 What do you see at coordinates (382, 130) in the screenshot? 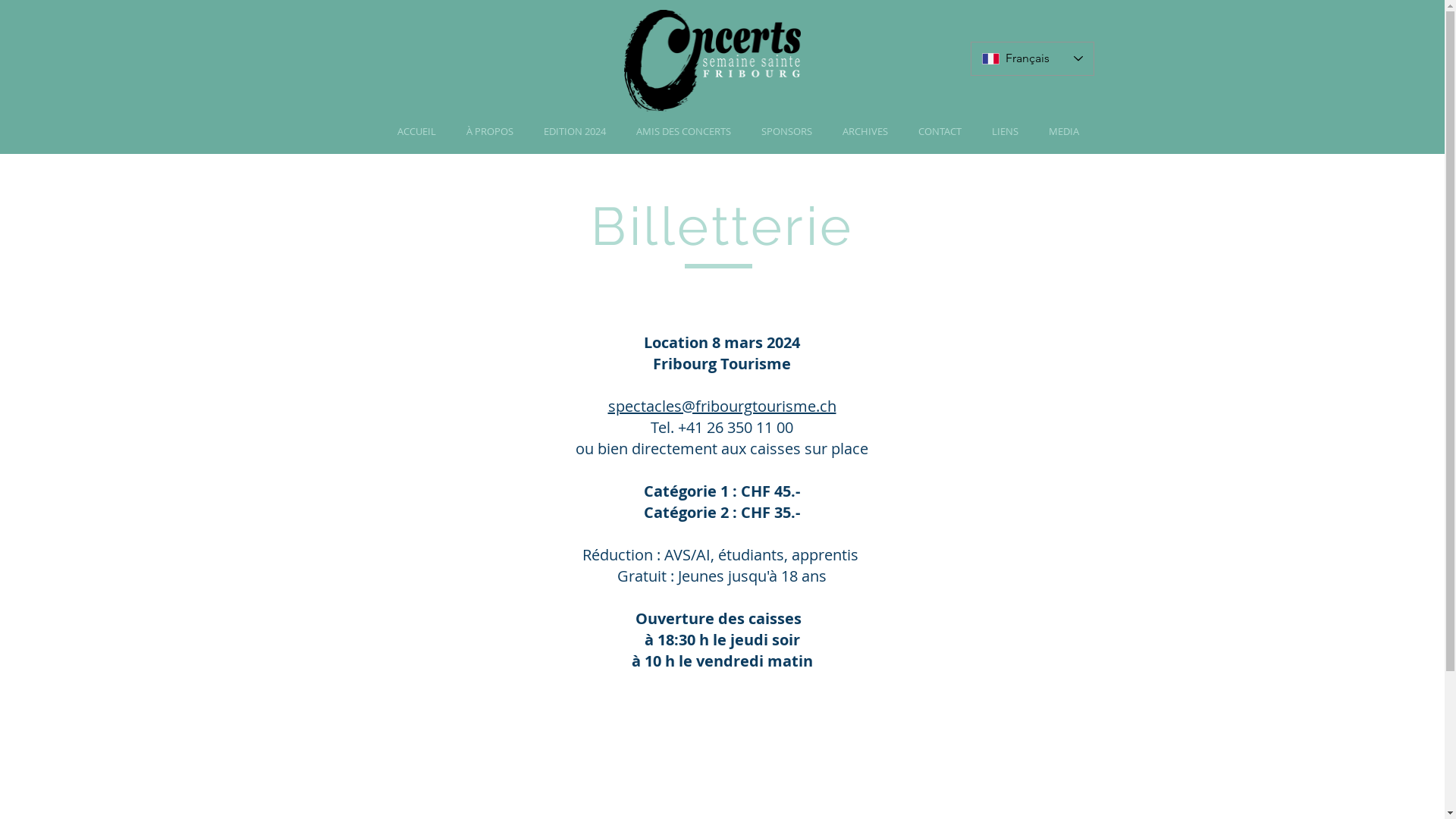
I see `'ACCUEIL'` at bounding box center [382, 130].